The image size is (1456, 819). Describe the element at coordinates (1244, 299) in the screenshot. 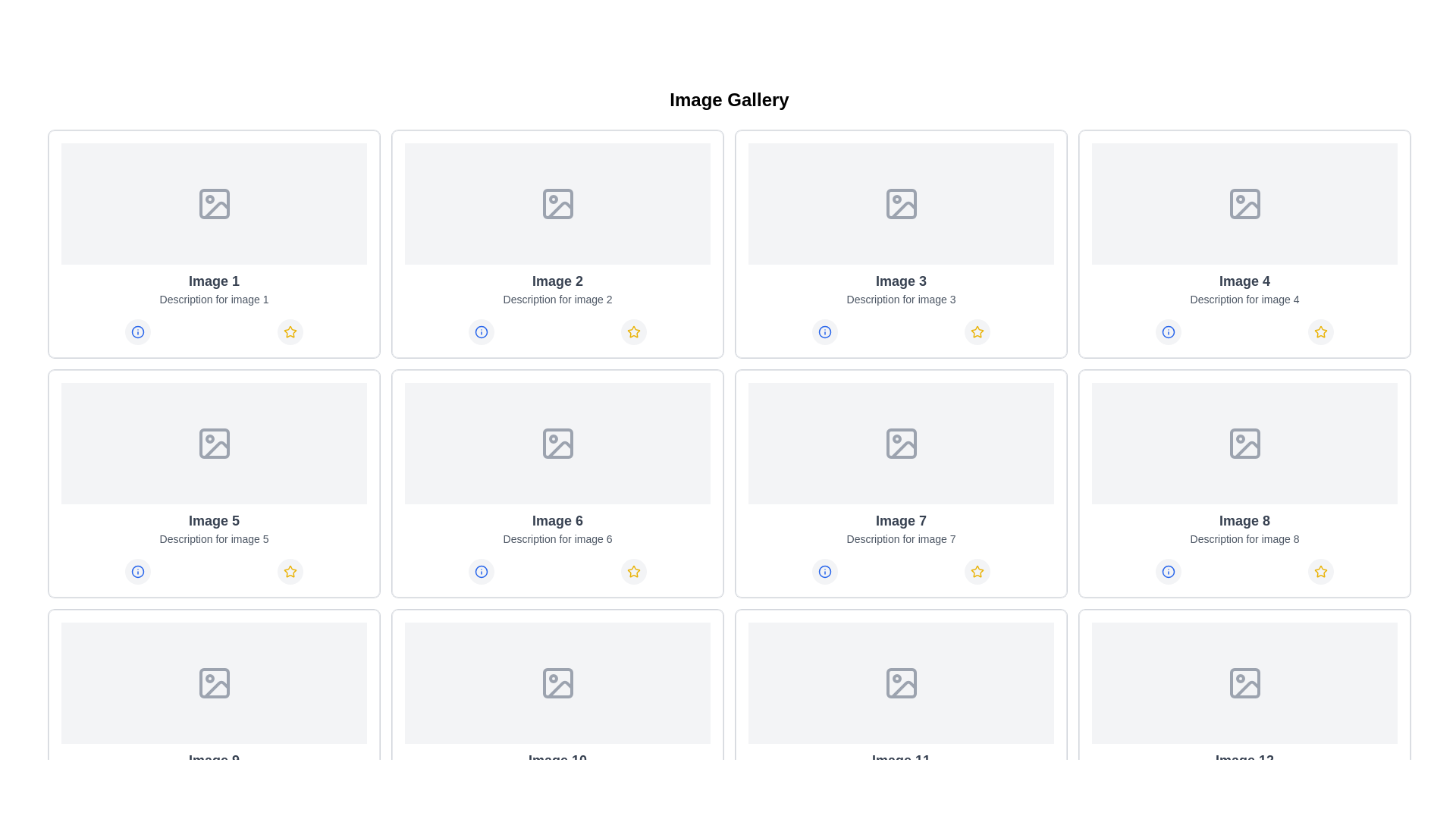

I see `text description located below the title 'Image 4' in the fourth card of the top row of the grid layout` at that location.